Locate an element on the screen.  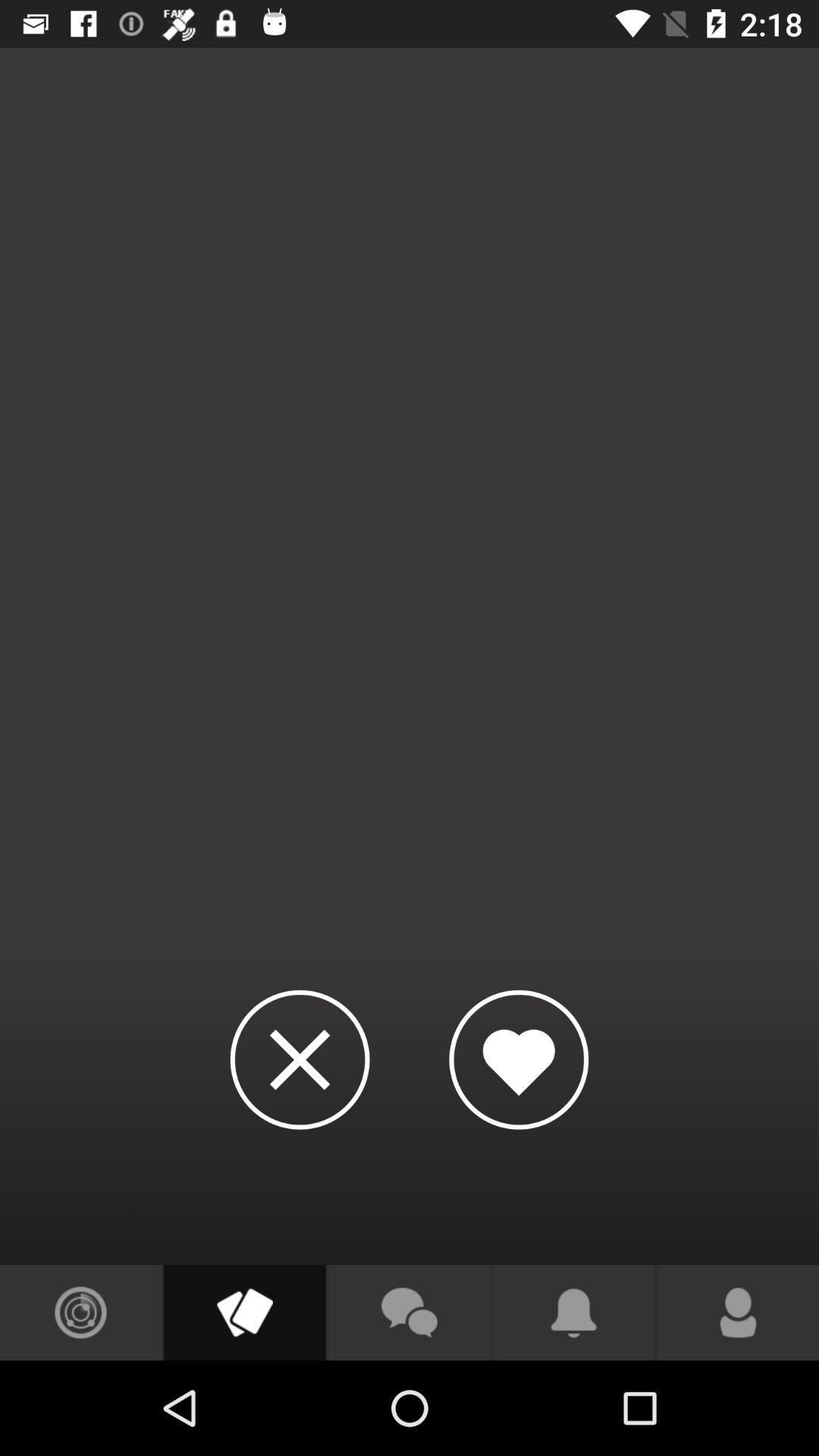
the microphone icon is located at coordinates (737, 1312).